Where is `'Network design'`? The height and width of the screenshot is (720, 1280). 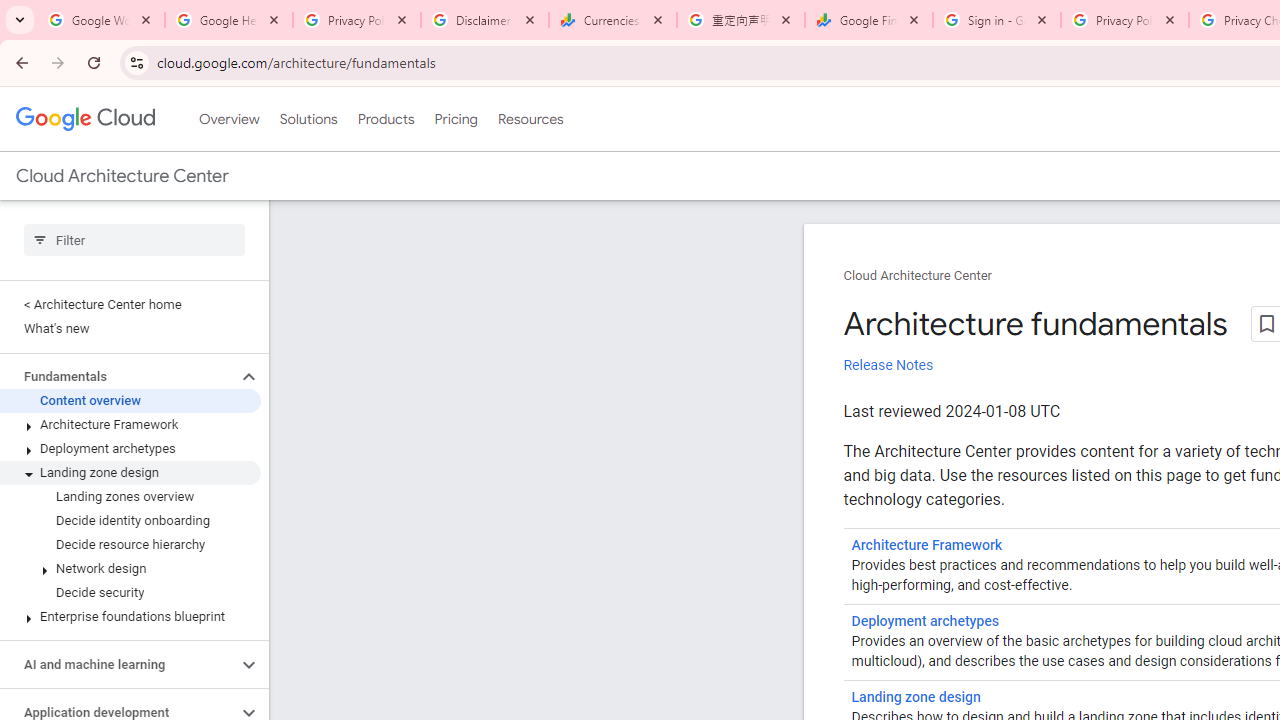 'Network design' is located at coordinates (129, 569).